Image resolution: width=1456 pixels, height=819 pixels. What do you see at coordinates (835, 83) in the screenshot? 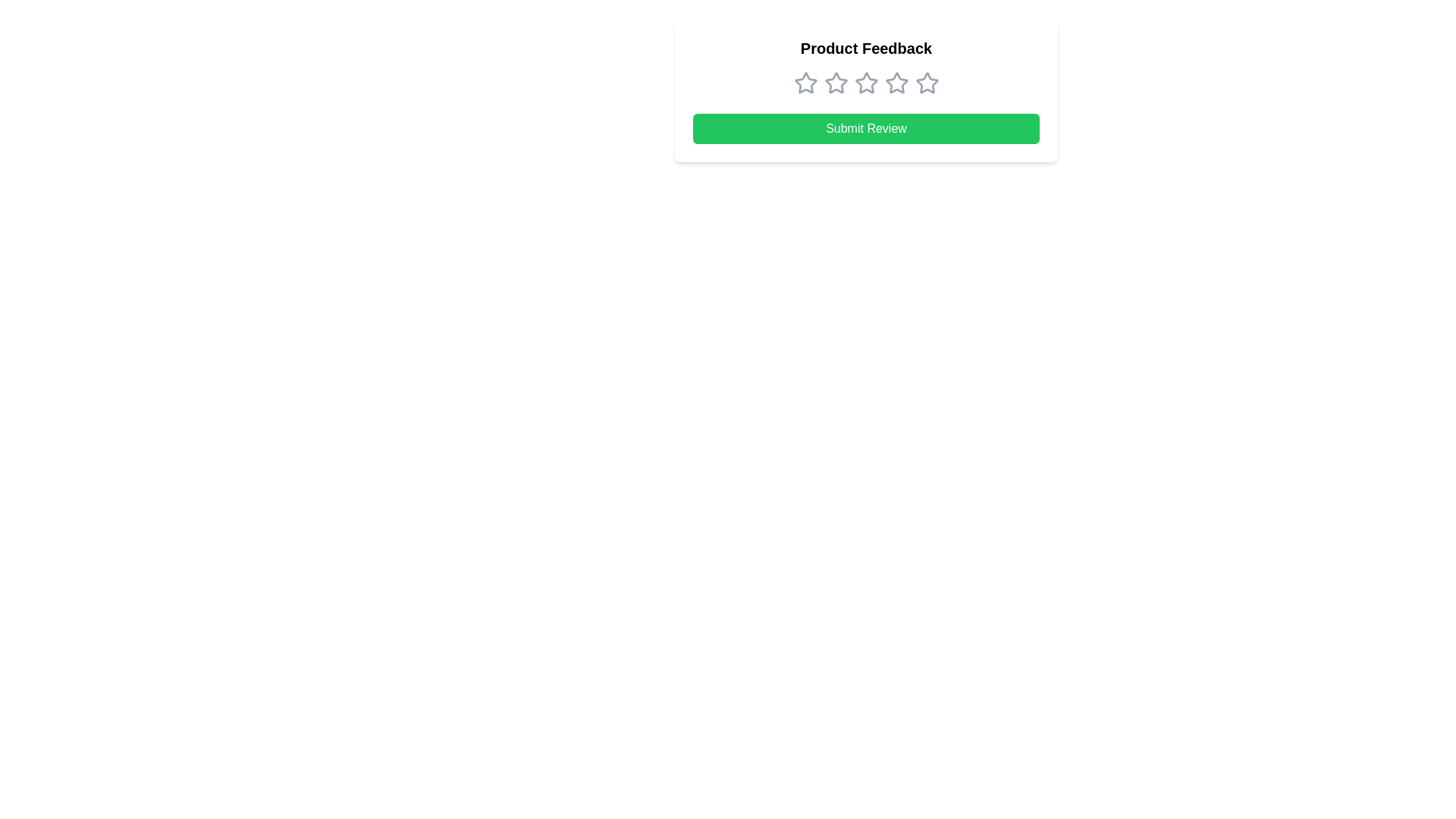
I see `the second star icon in the rating system` at bounding box center [835, 83].